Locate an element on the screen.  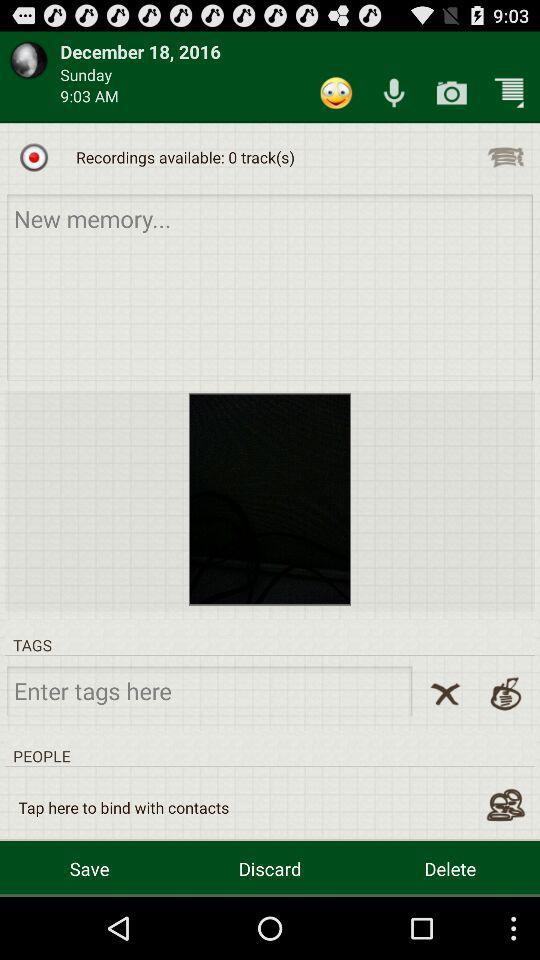
tag is located at coordinates (208, 690).